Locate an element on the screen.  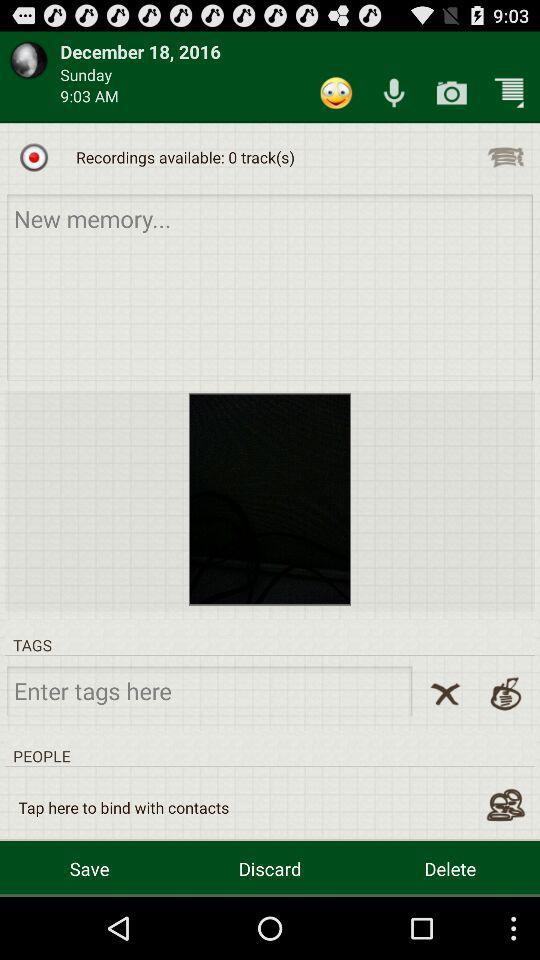
tag is located at coordinates (208, 690).